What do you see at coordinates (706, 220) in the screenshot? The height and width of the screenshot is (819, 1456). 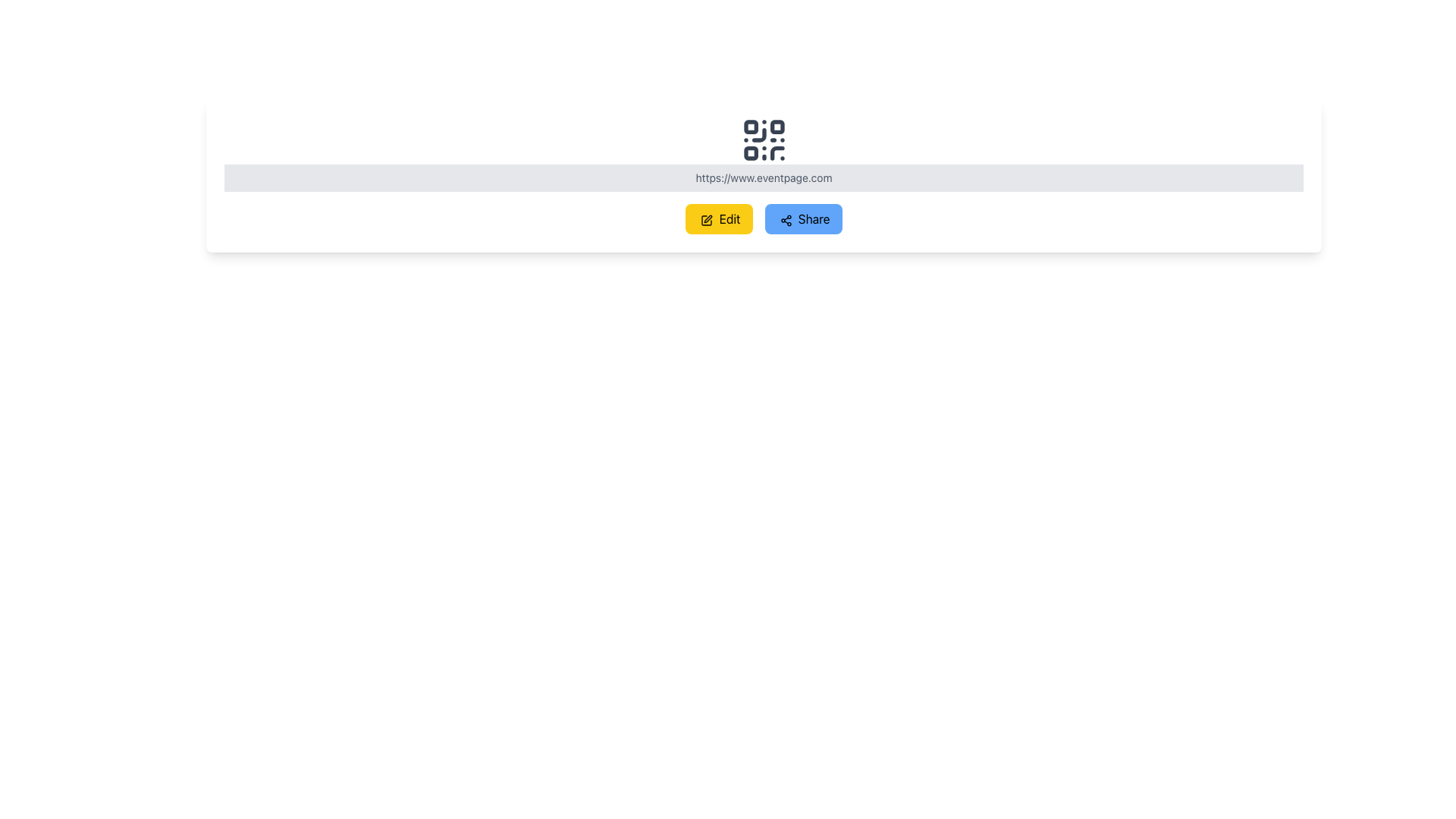 I see `the graphic icon component resembling a pen within the header section, located next to the QR code and URL display` at bounding box center [706, 220].